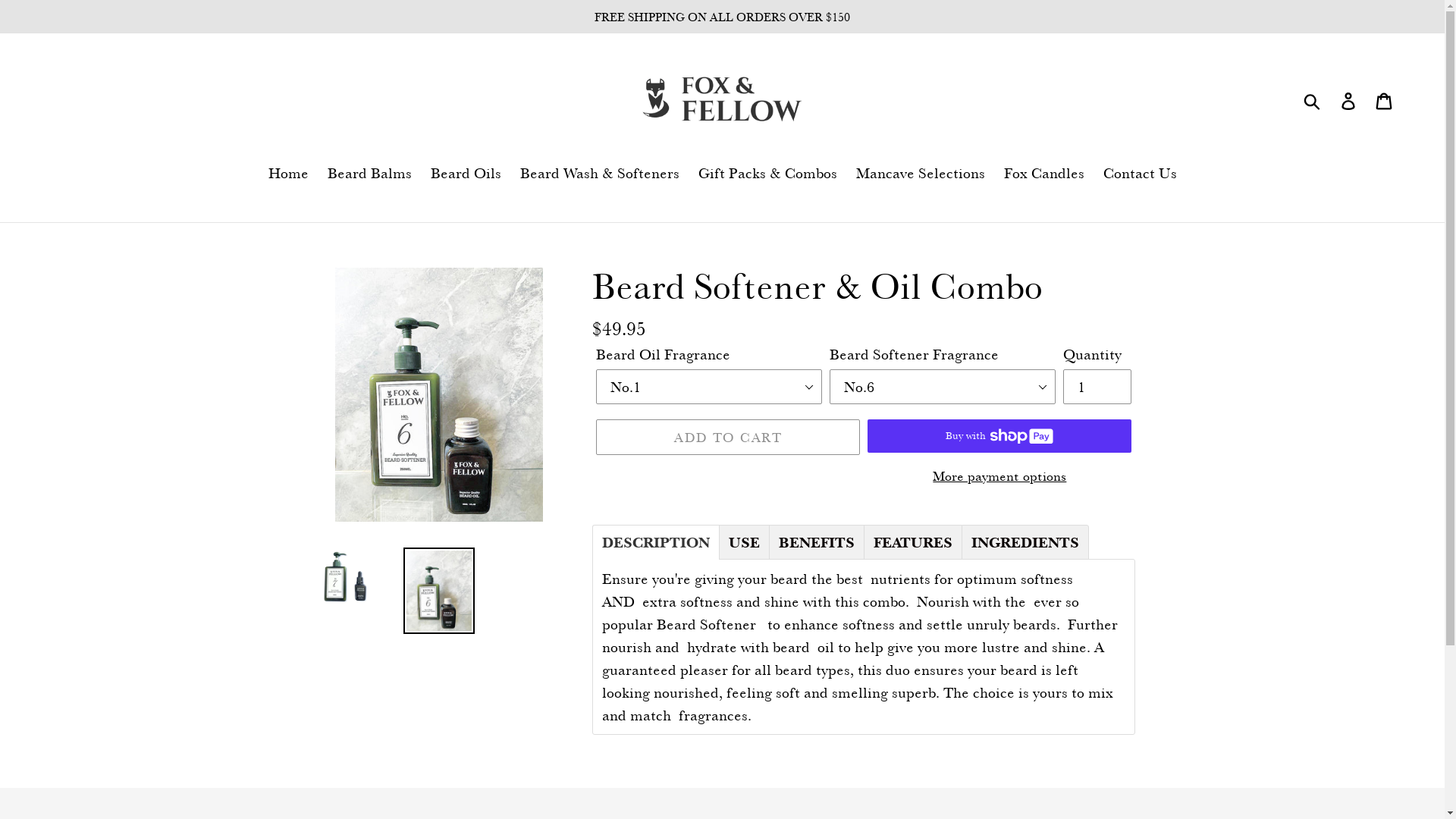 The width and height of the screenshot is (1456, 819). Describe the element at coordinates (728, 437) in the screenshot. I see `'ADD TO CART'` at that location.